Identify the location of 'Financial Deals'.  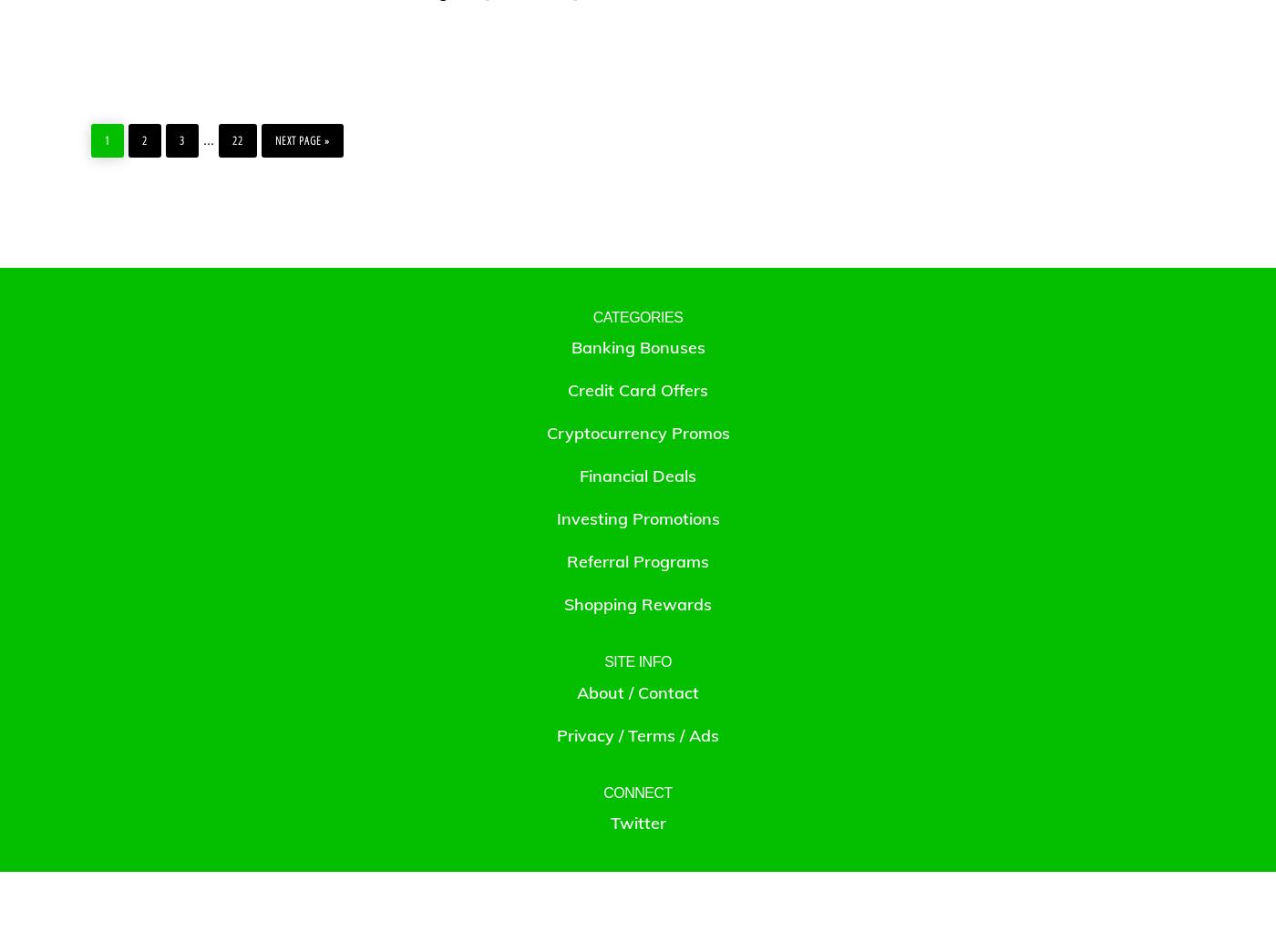
(638, 475).